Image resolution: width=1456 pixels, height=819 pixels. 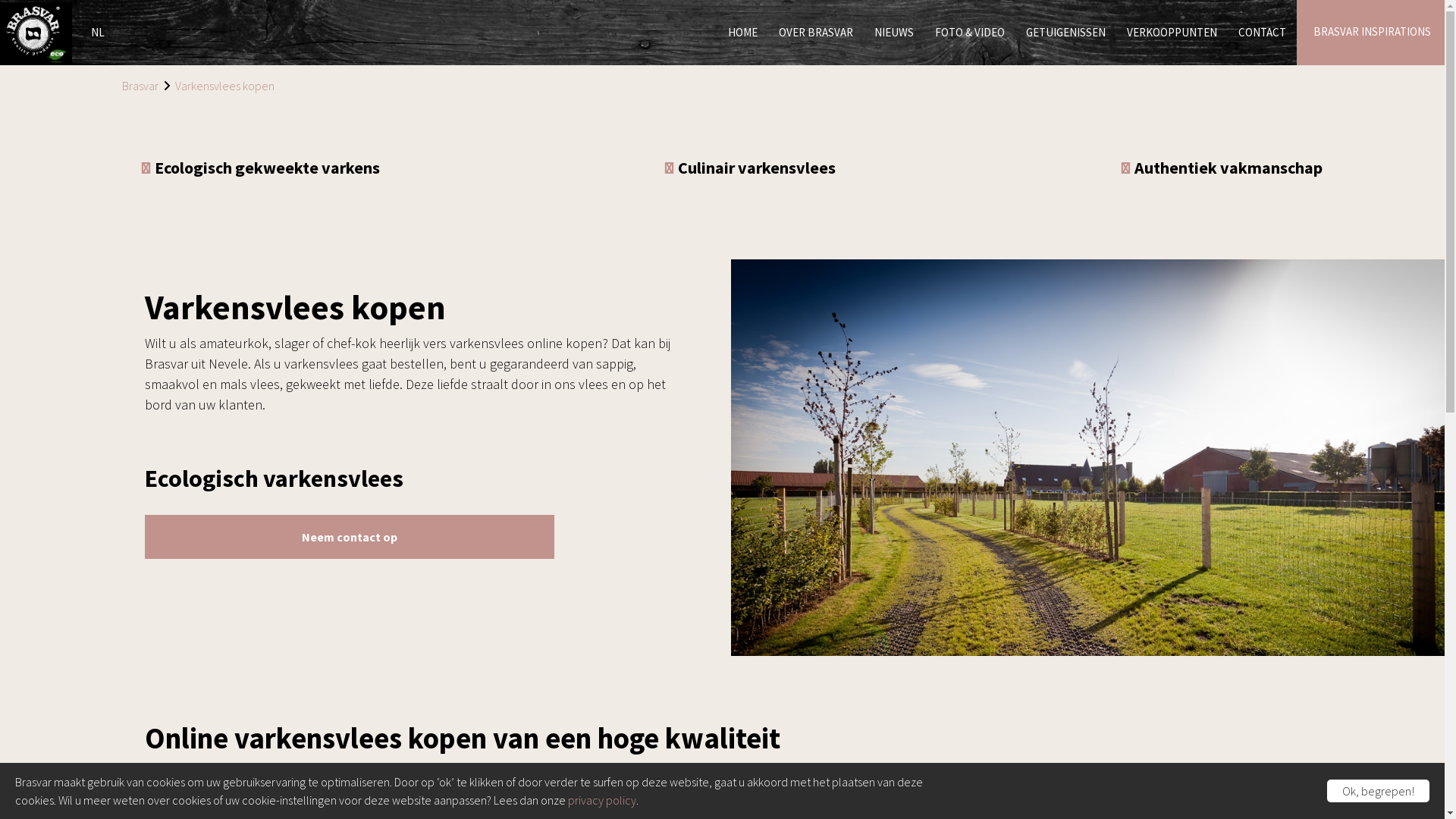 I want to click on 'HOME', so click(x=742, y=33).